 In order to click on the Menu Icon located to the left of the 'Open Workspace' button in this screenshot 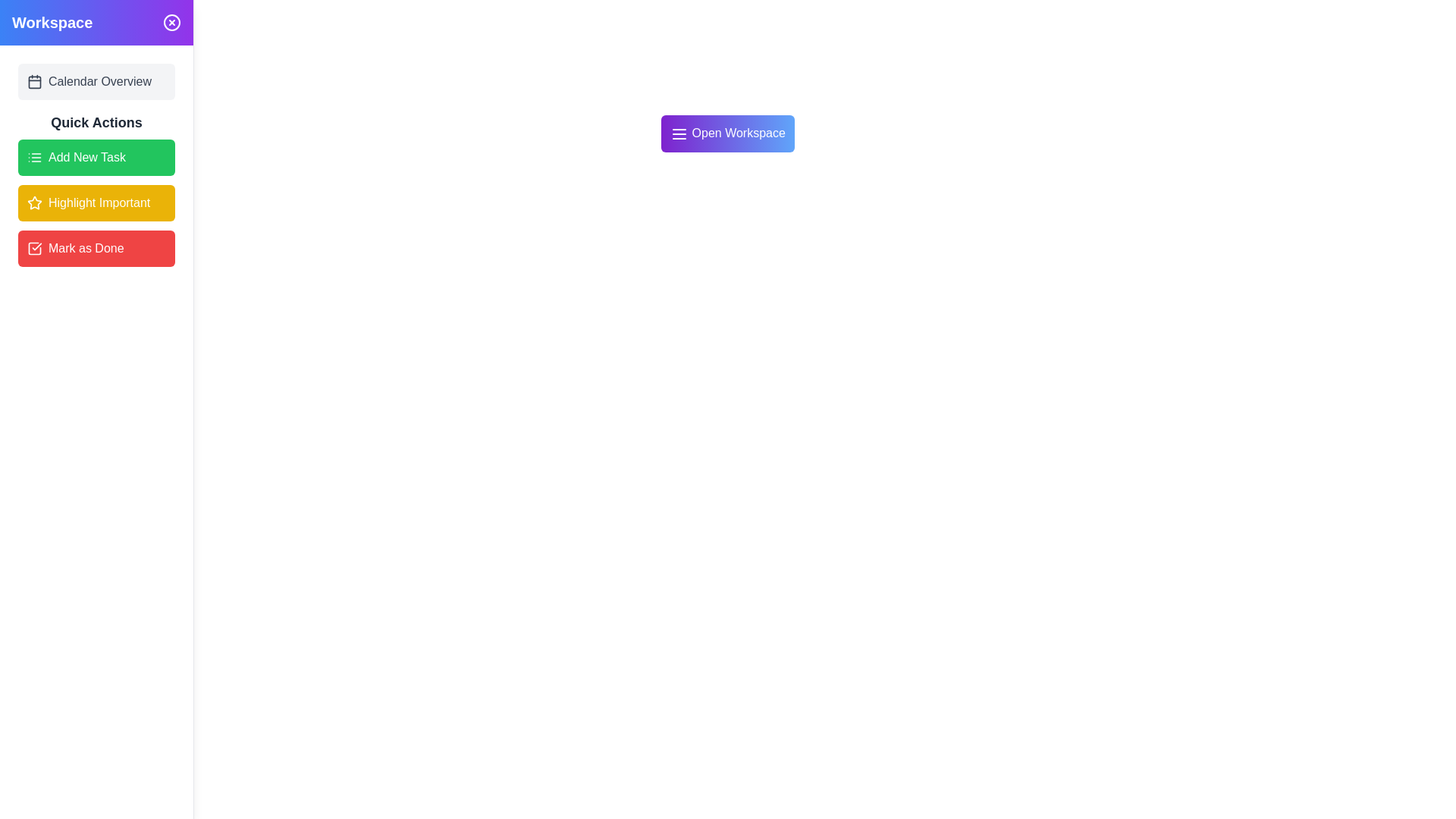, I will do `click(679, 133)`.